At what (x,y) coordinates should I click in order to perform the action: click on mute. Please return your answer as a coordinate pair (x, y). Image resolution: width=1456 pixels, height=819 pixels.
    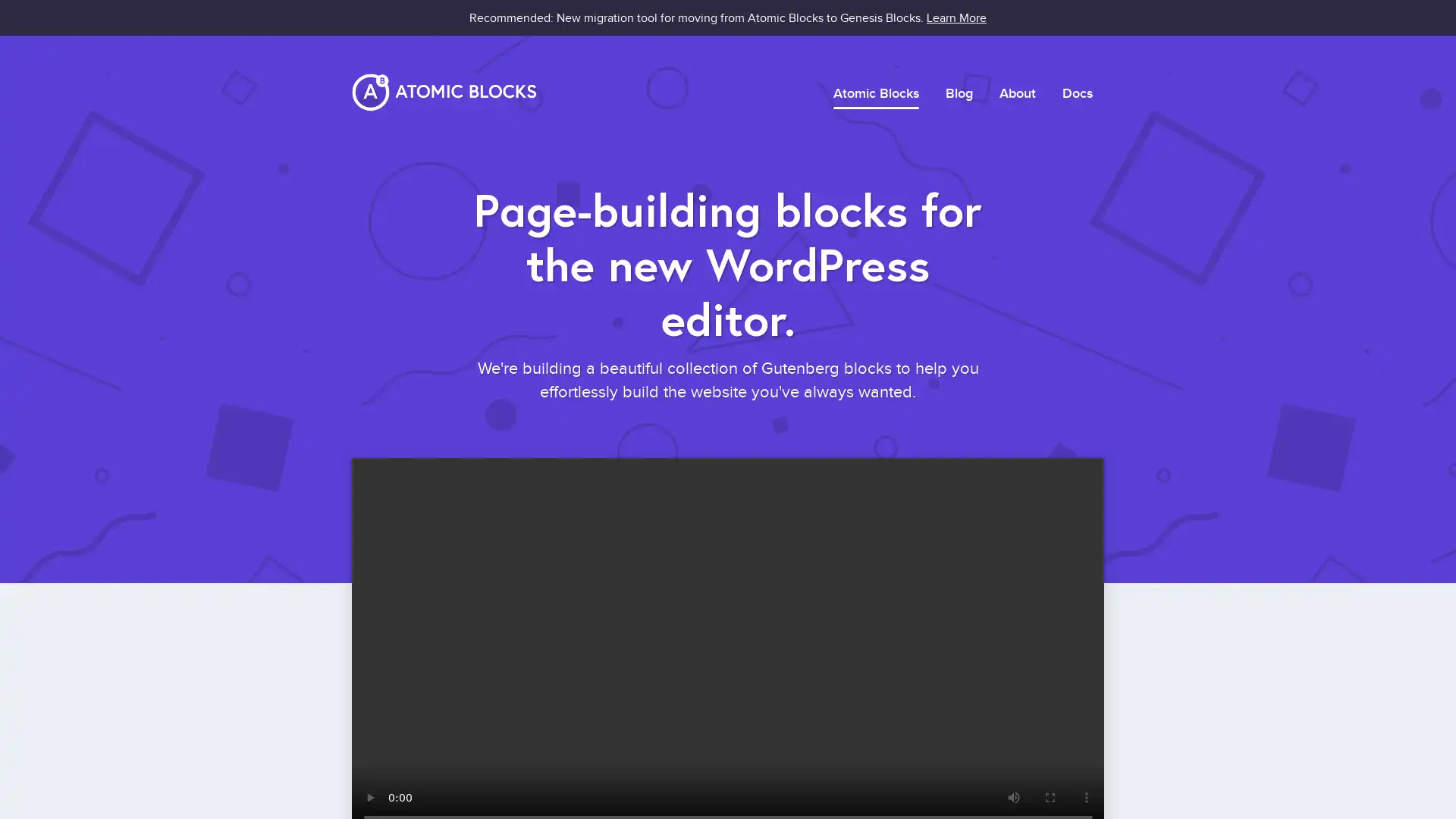
    Looking at the image, I should click on (1012, 797).